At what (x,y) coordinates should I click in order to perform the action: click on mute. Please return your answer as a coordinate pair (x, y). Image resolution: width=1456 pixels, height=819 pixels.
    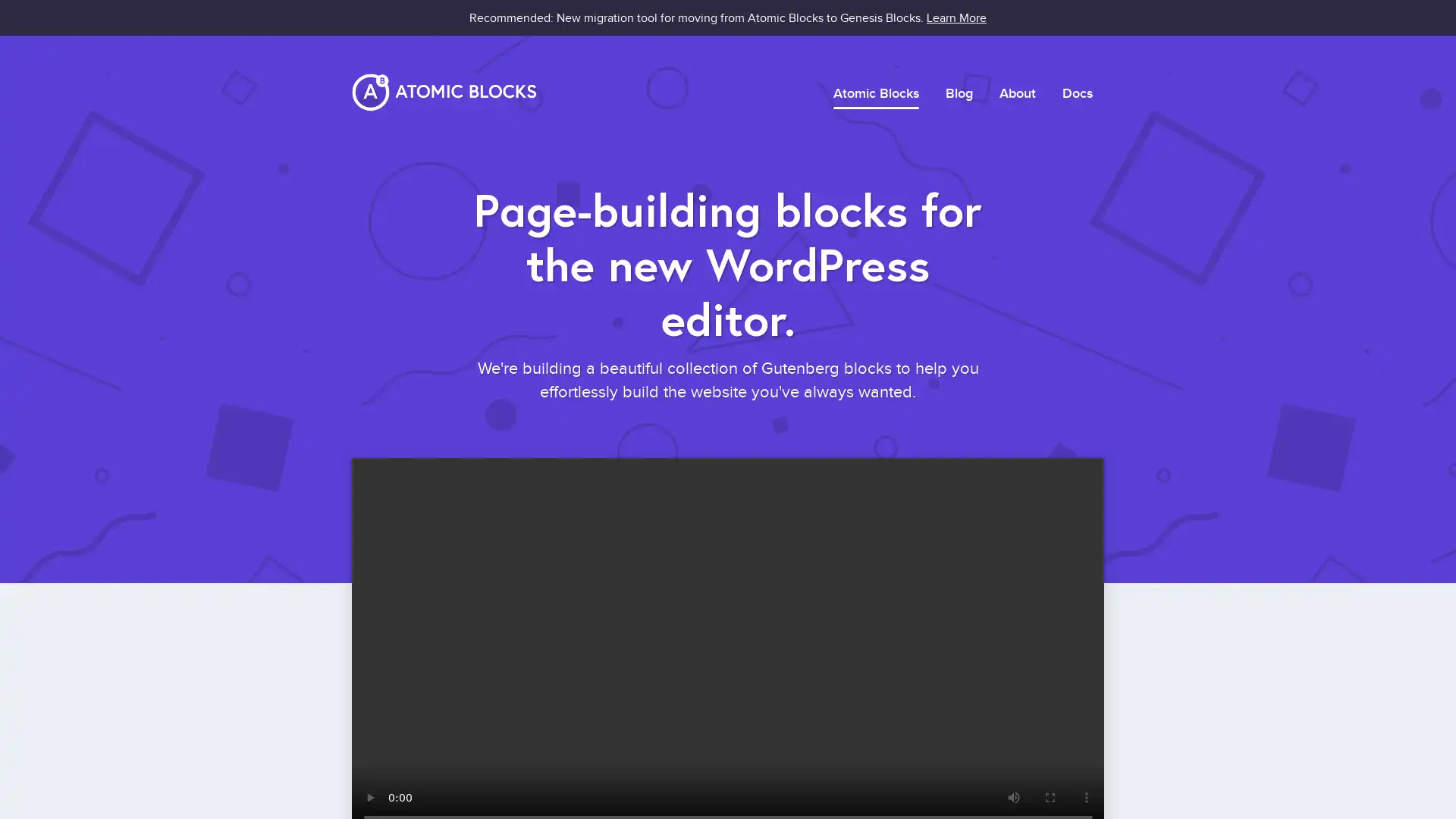
    Looking at the image, I should click on (1012, 797).